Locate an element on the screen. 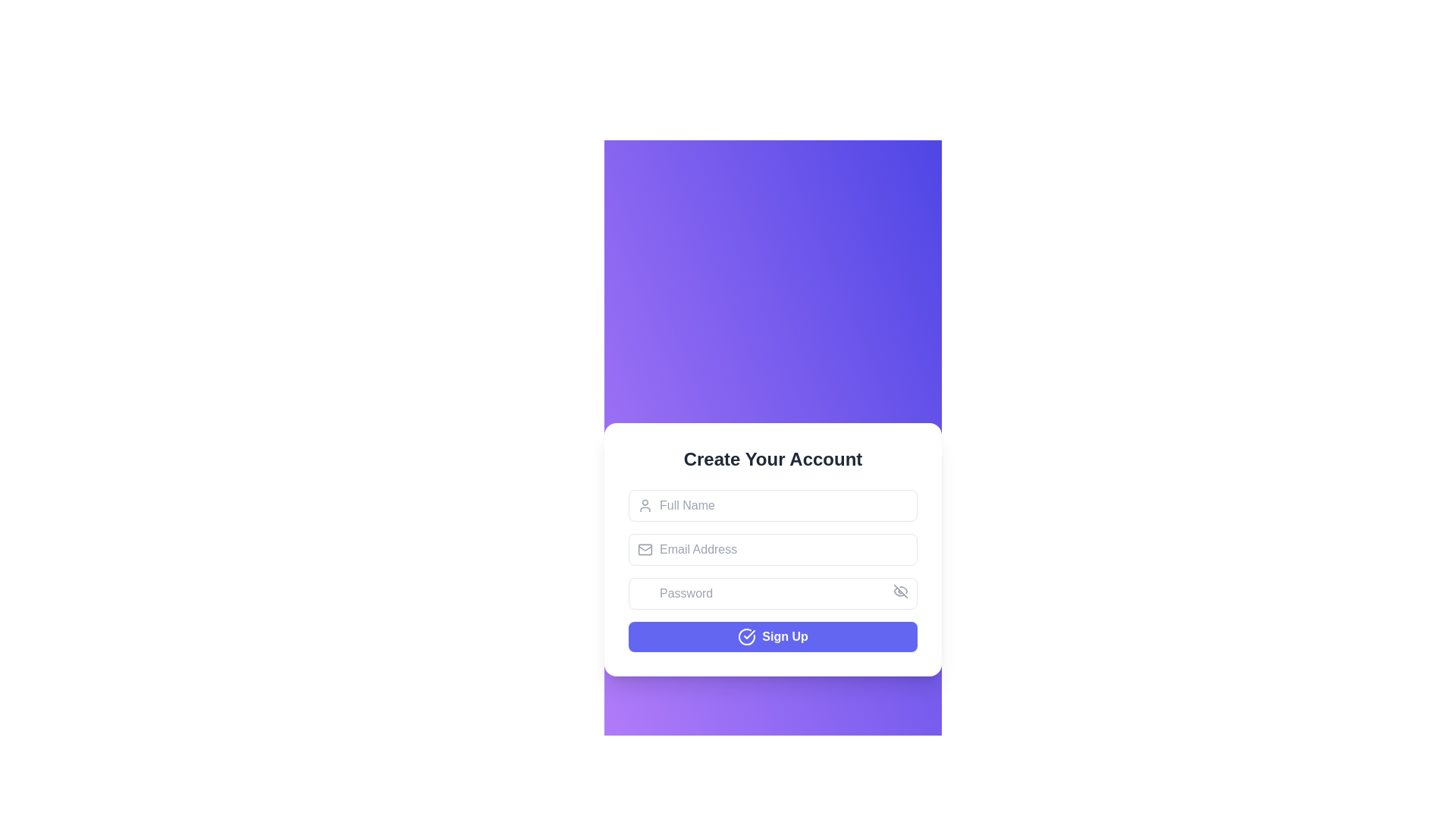 This screenshot has height=819, width=1456. the small gray mail icon located inside the 'Email Address' input field, towards the left side is located at coordinates (645, 549).